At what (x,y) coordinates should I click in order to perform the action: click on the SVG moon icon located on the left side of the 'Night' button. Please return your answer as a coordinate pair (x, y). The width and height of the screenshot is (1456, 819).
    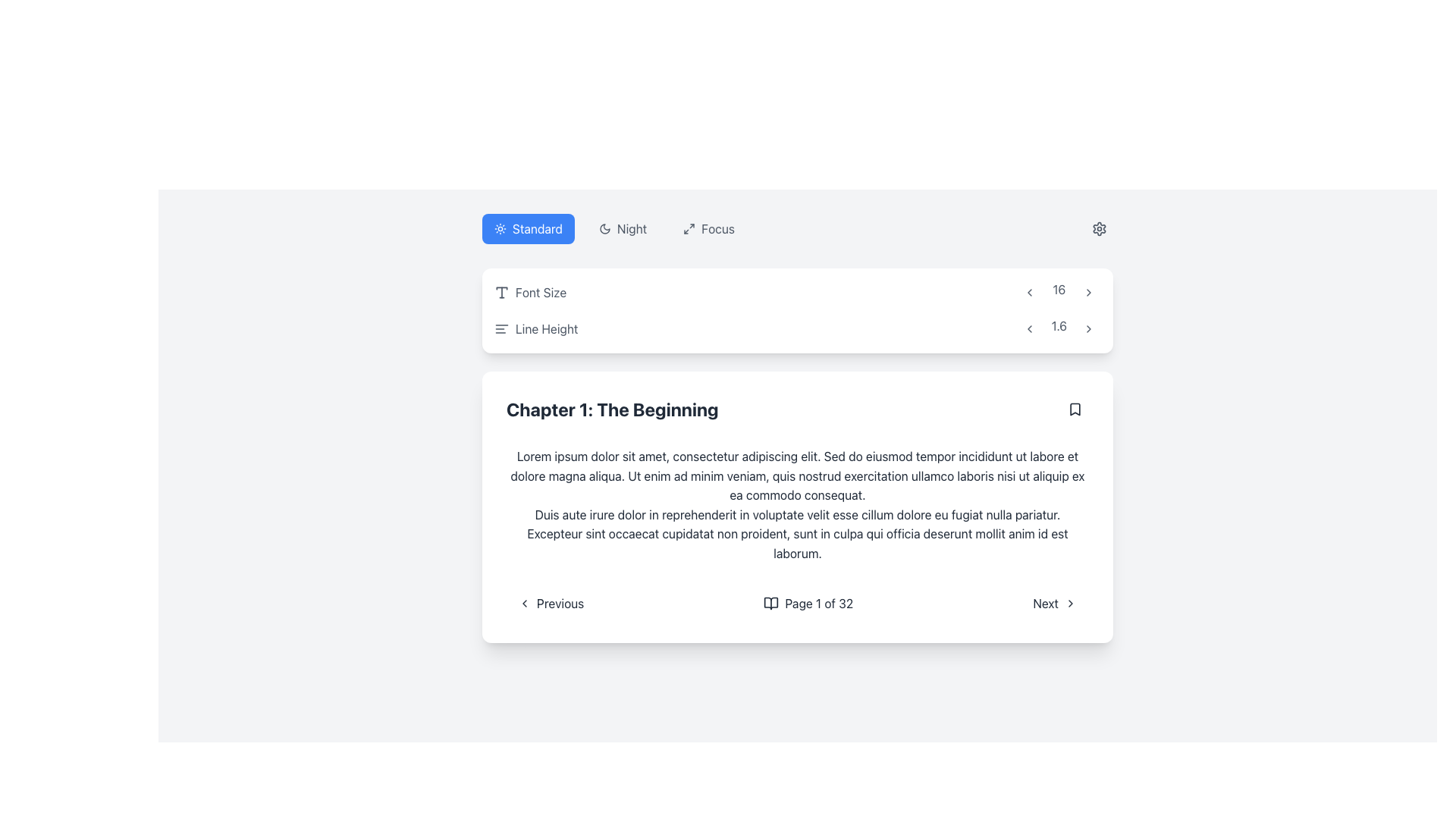
    Looking at the image, I should click on (604, 228).